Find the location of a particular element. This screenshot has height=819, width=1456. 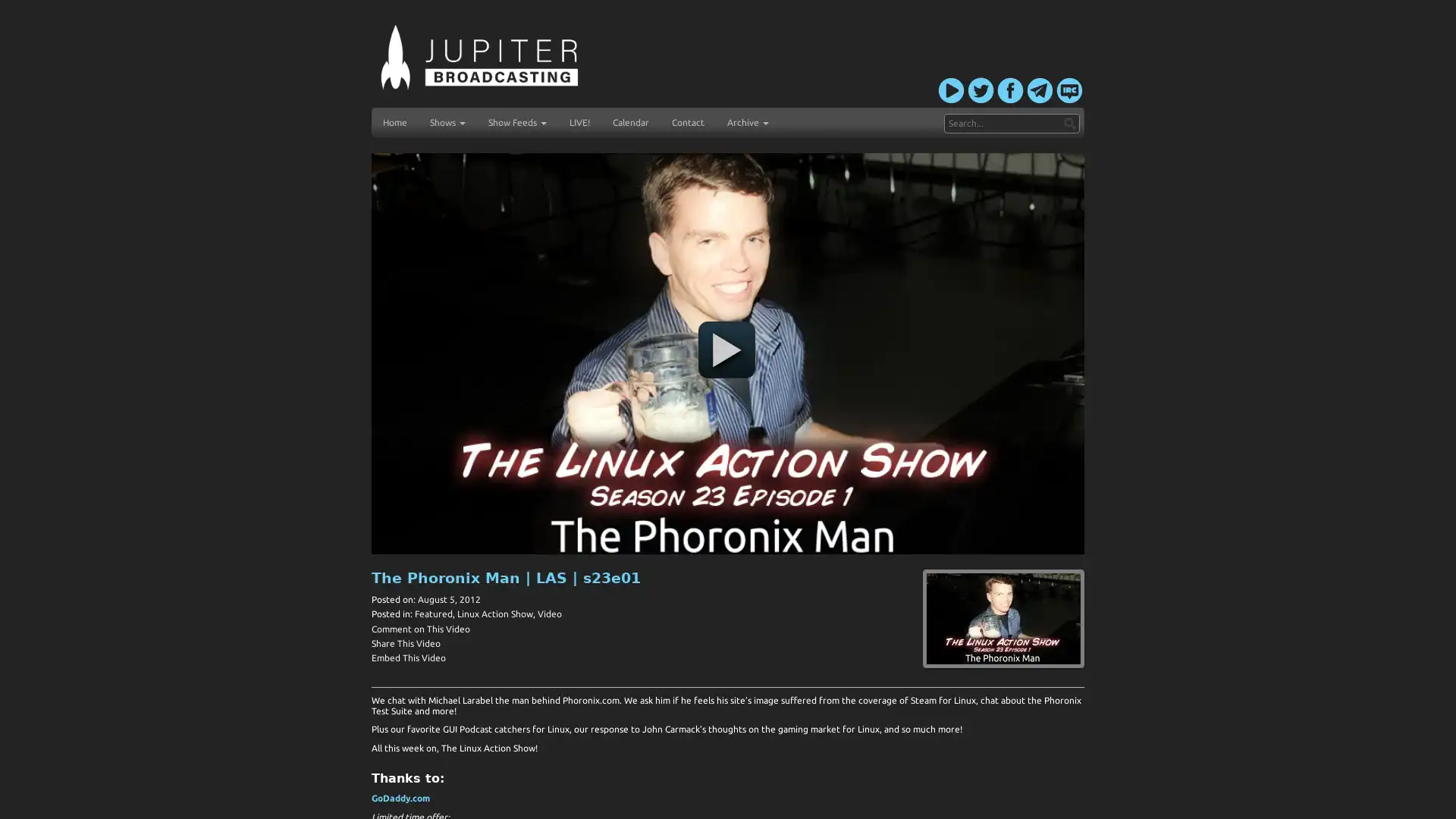

play video is located at coordinates (726, 350).